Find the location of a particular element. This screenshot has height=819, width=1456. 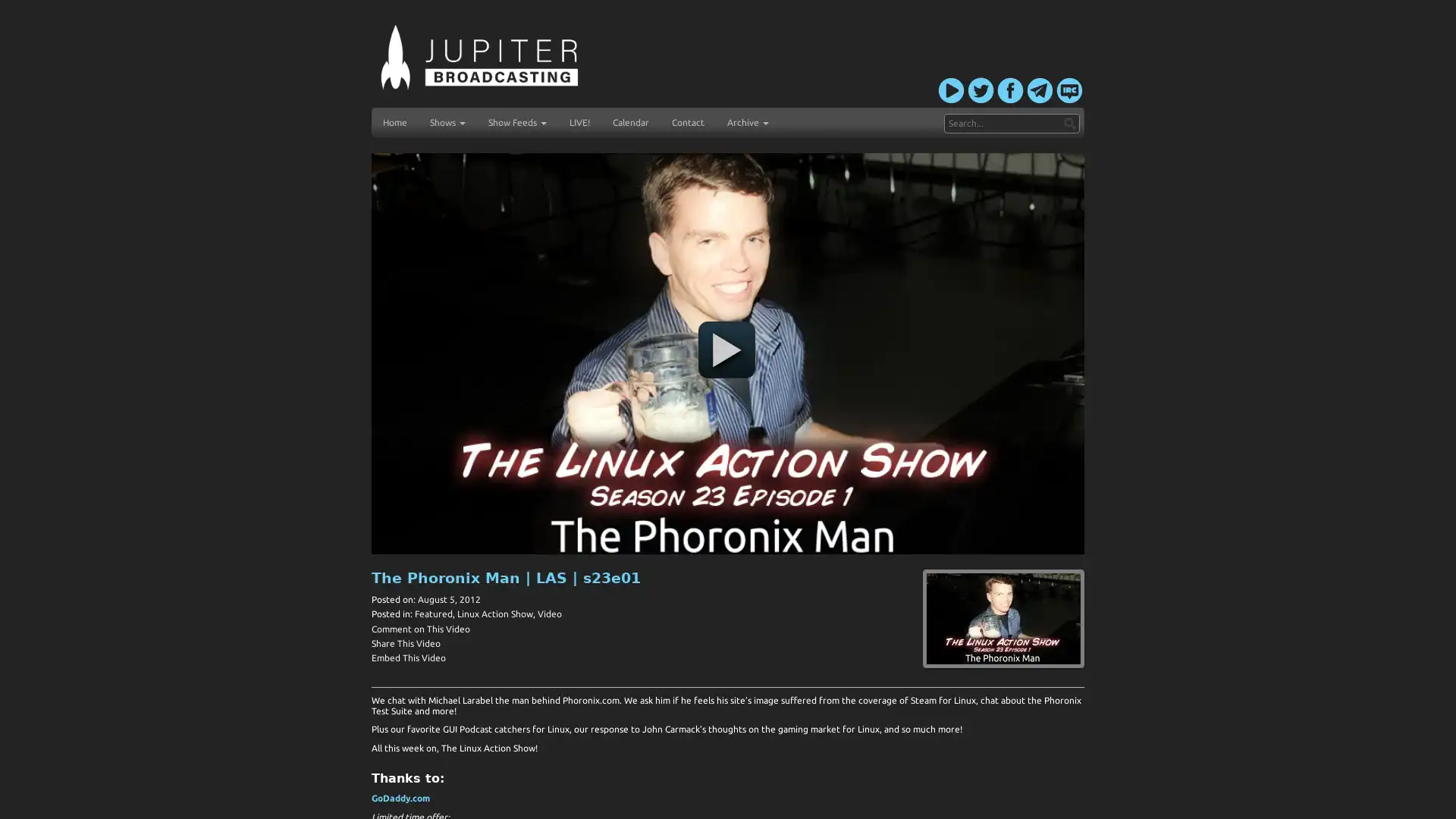

play video is located at coordinates (726, 350).